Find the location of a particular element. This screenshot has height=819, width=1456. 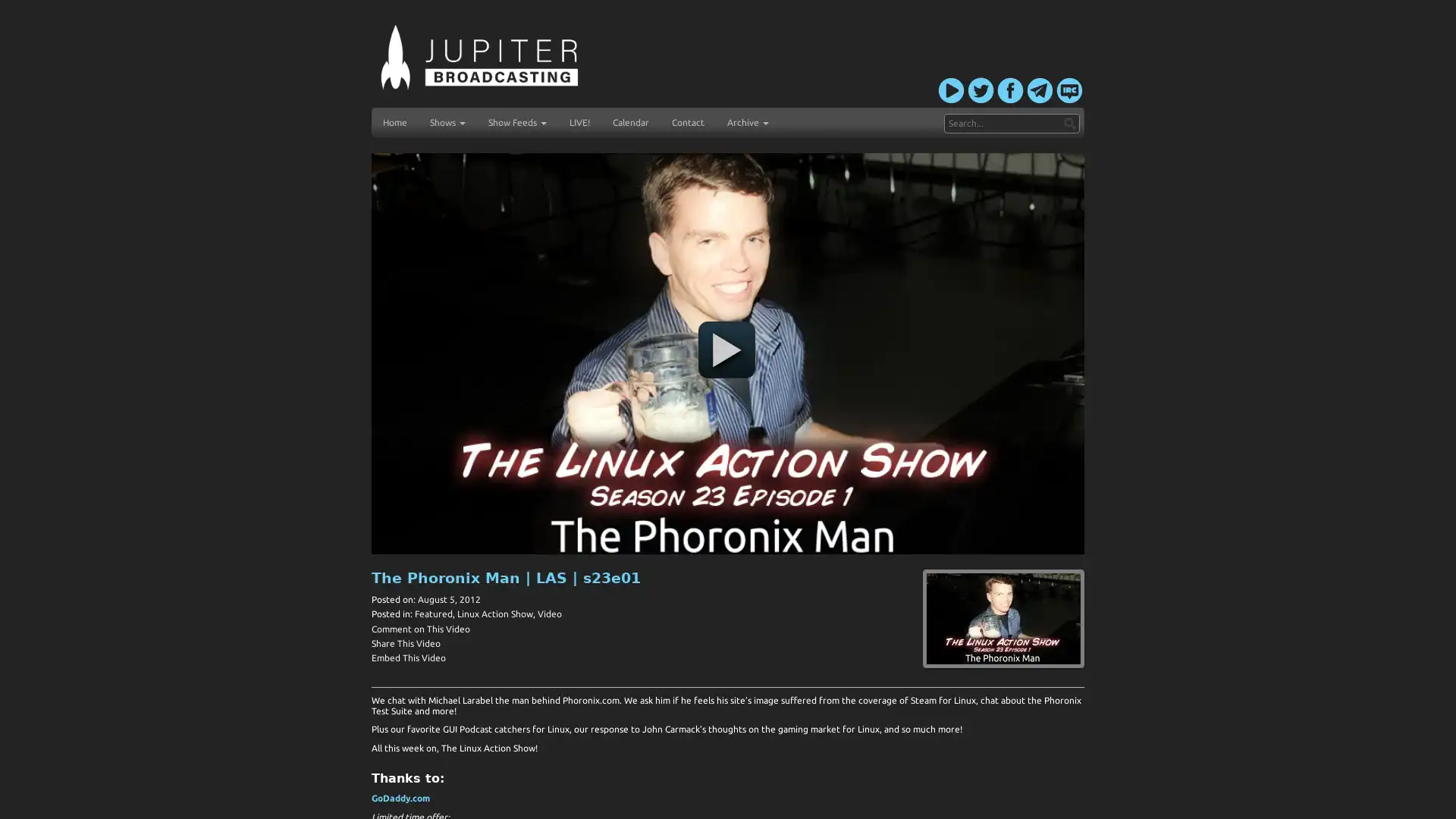

play video is located at coordinates (726, 350).